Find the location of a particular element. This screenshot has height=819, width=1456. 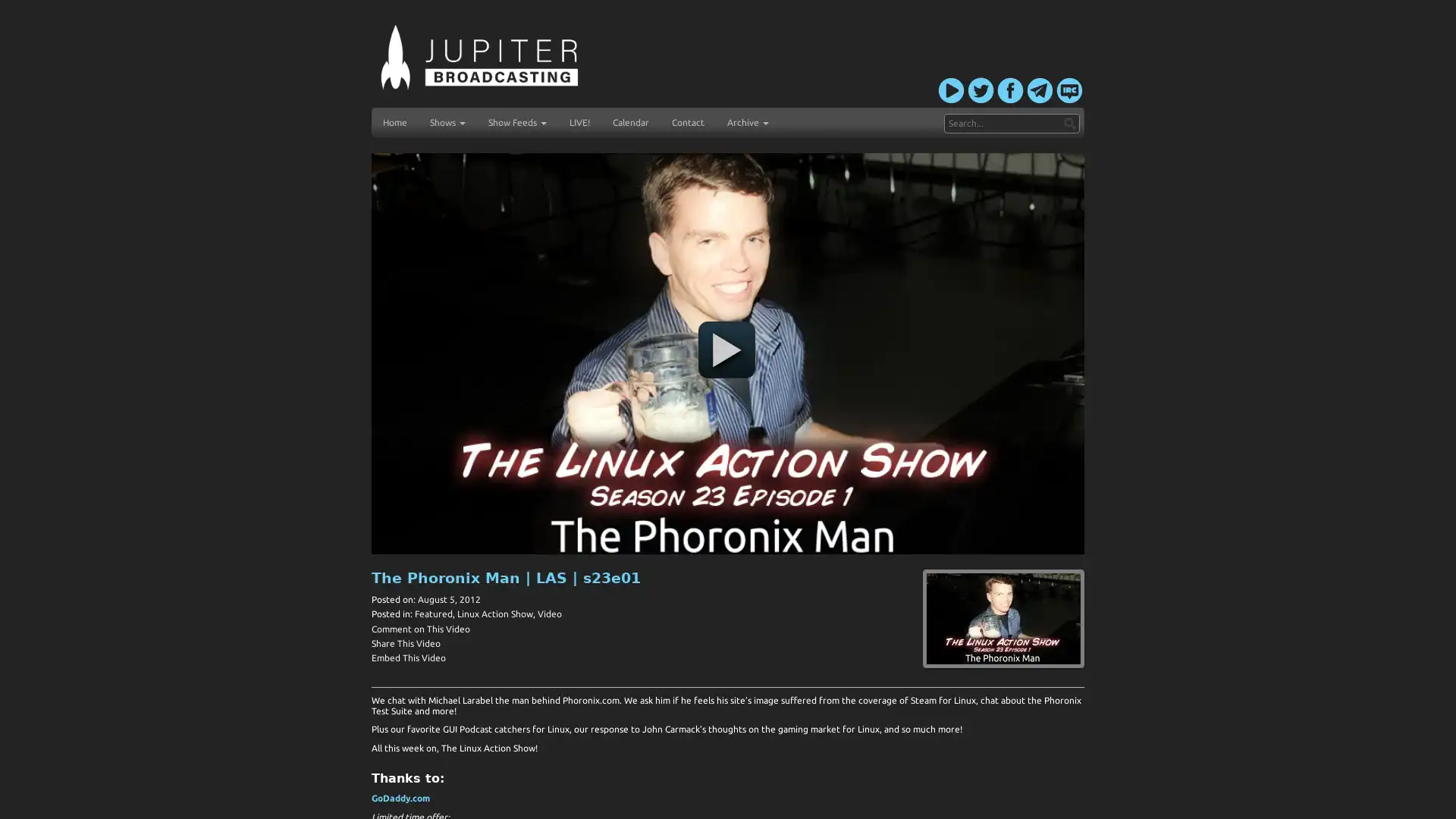

play video is located at coordinates (726, 350).